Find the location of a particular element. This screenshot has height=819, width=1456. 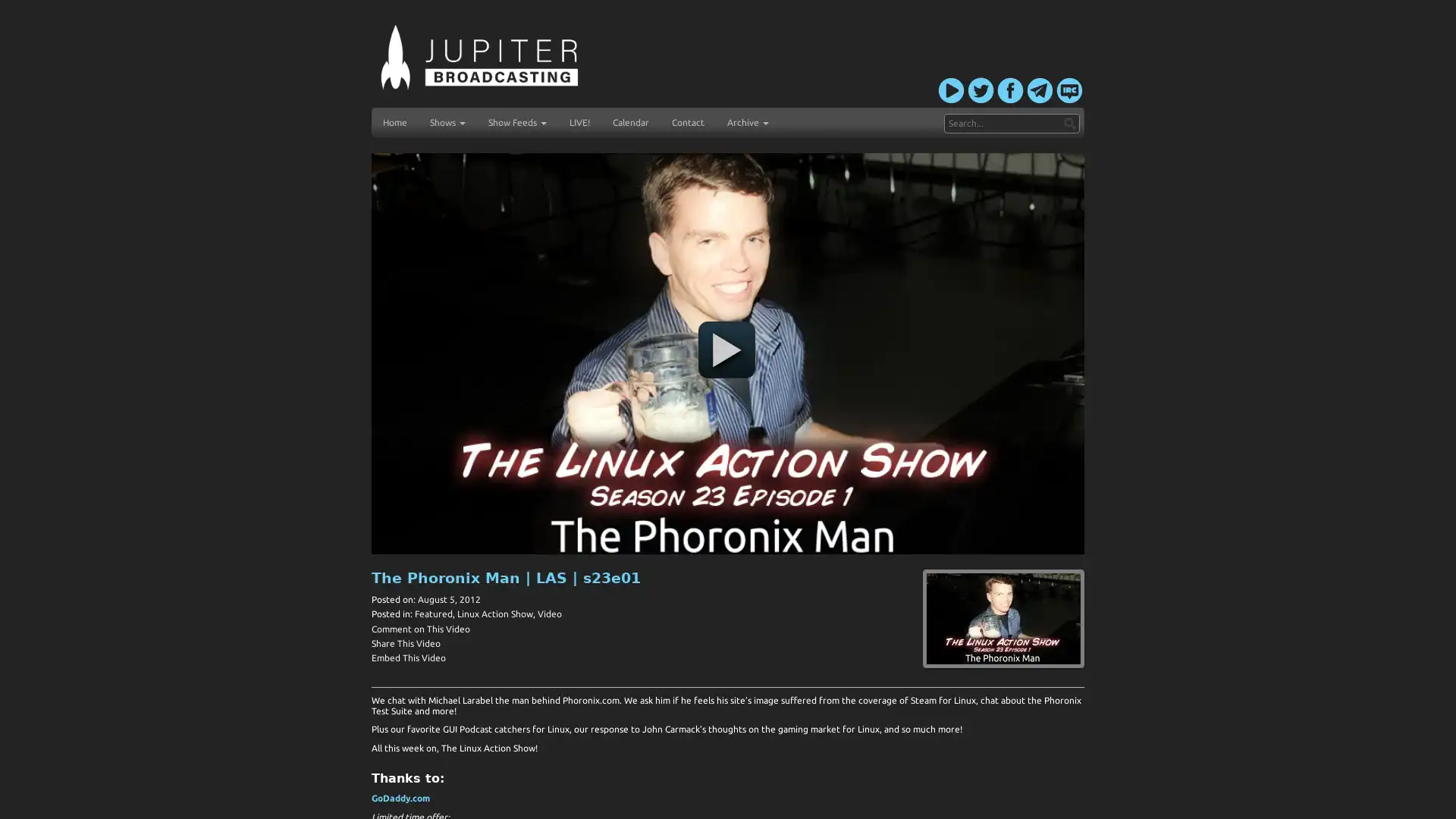

play video is located at coordinates (726, 350).